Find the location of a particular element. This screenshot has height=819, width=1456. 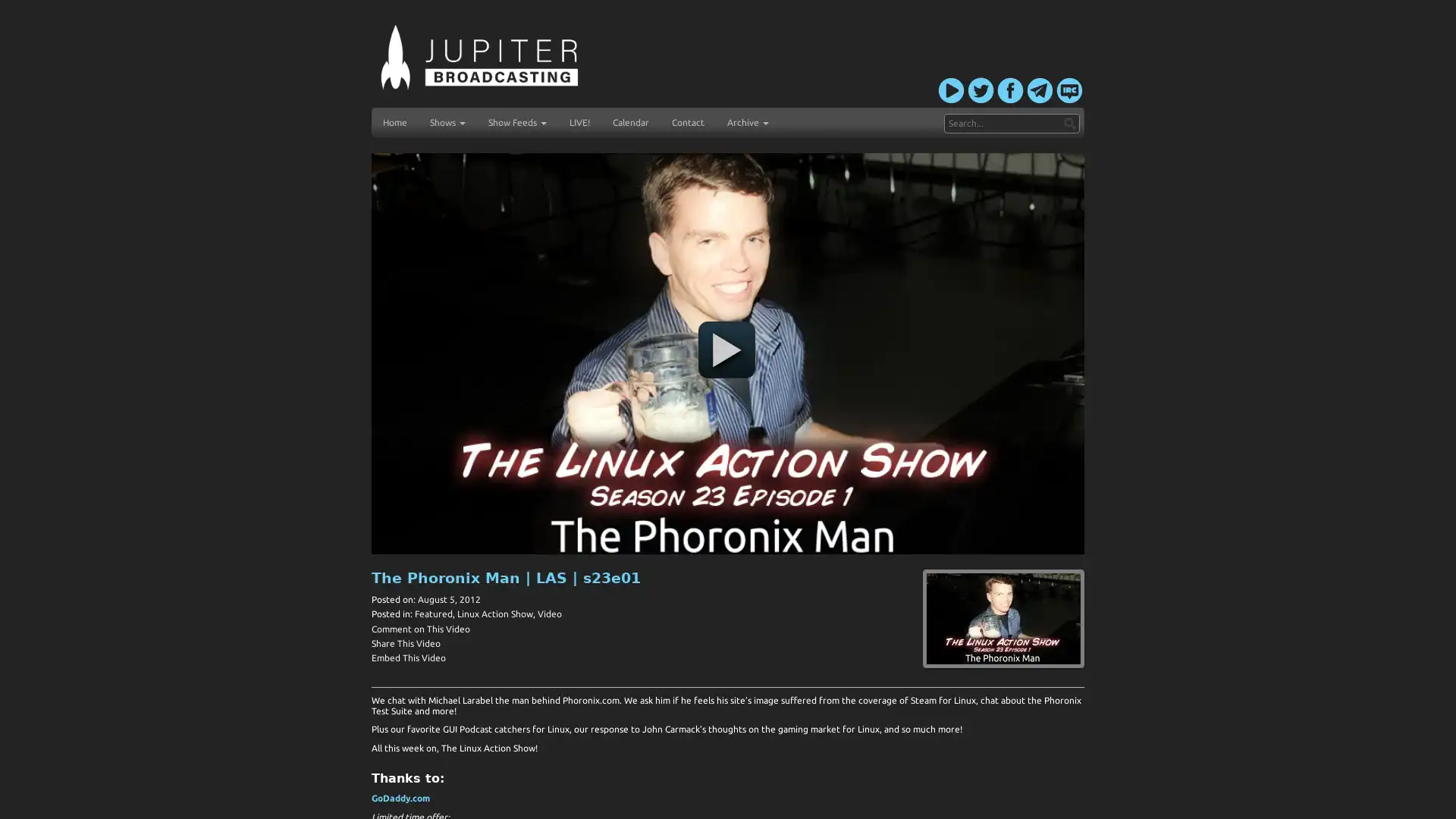

play video is located at coordinates (726, 350).